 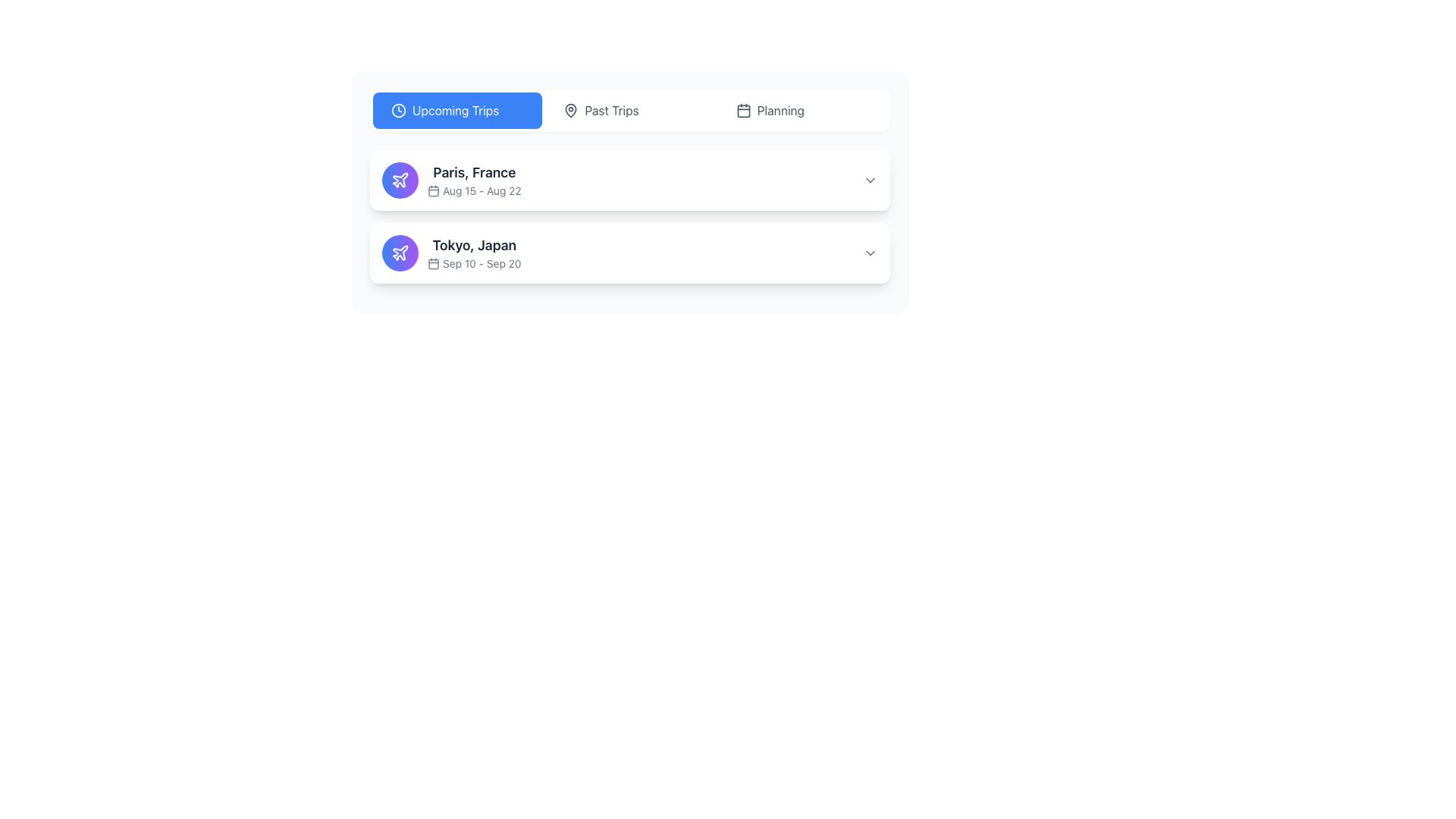 What do you see at coordinates (570, 110) in the screenshot?
I see `the pin-like map location marker icon located to the left of the 'Tokyo, Japan' text in the 'Upcoming Trips' section for further interaction or navigation` at bounding box center [570, 110].